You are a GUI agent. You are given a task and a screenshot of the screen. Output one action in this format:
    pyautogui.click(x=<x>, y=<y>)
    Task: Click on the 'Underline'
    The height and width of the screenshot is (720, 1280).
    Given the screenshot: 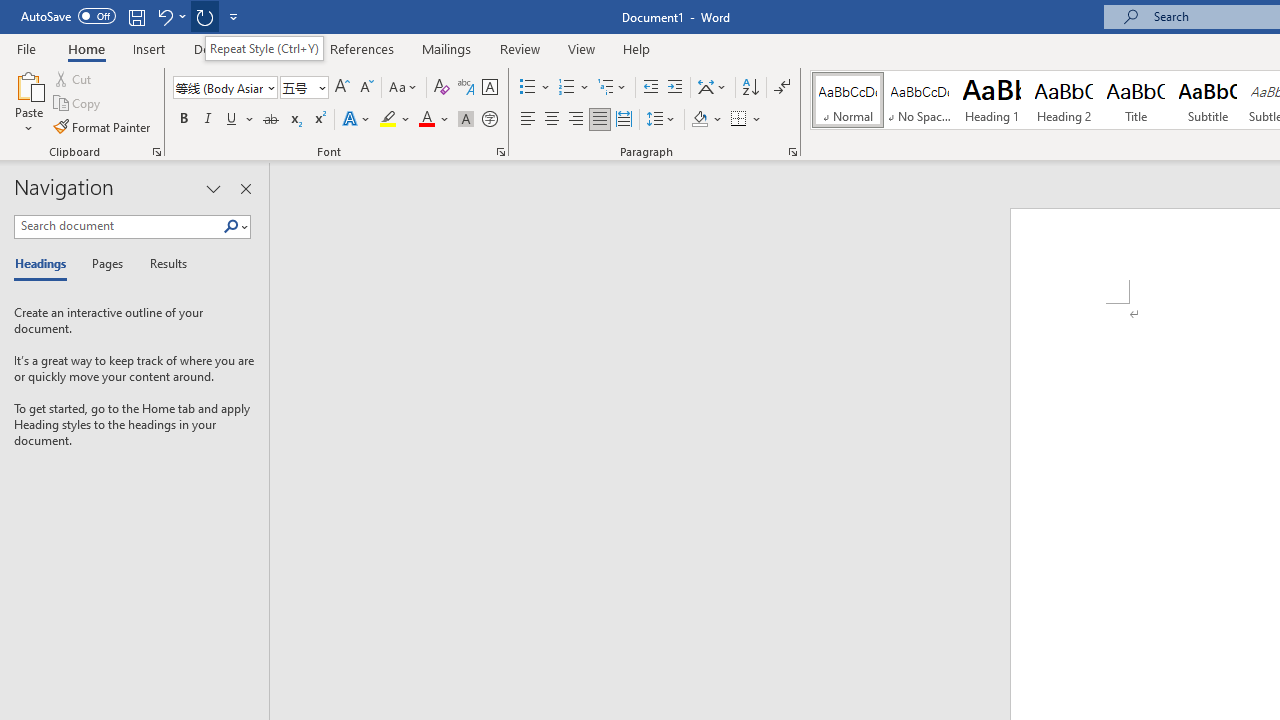 What is the action you would take?
    pyautogui.click(x=232, y=119)
    